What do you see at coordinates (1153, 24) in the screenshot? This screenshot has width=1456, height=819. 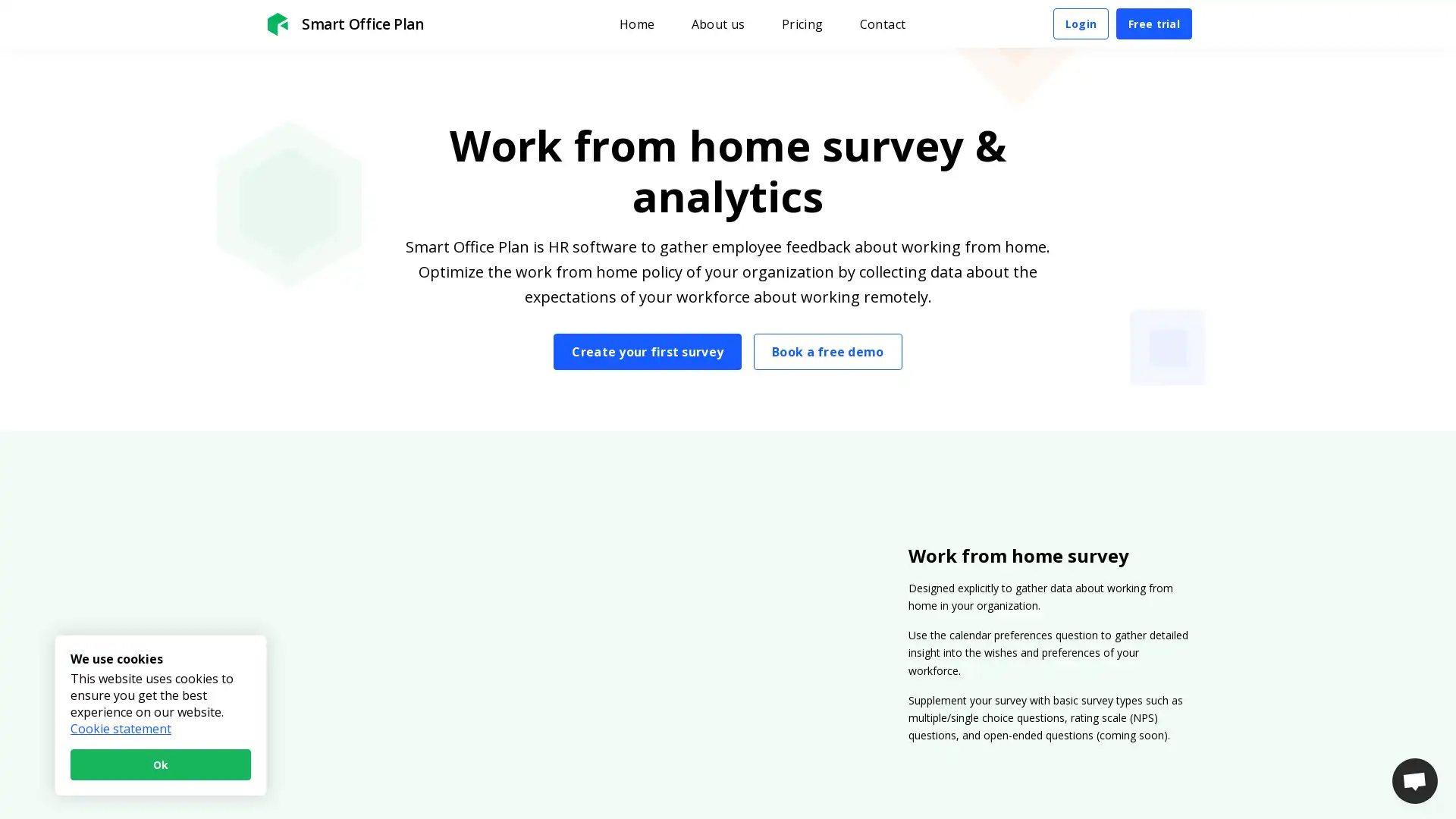 I see `Free trial` at bounding box center [1153, 24].